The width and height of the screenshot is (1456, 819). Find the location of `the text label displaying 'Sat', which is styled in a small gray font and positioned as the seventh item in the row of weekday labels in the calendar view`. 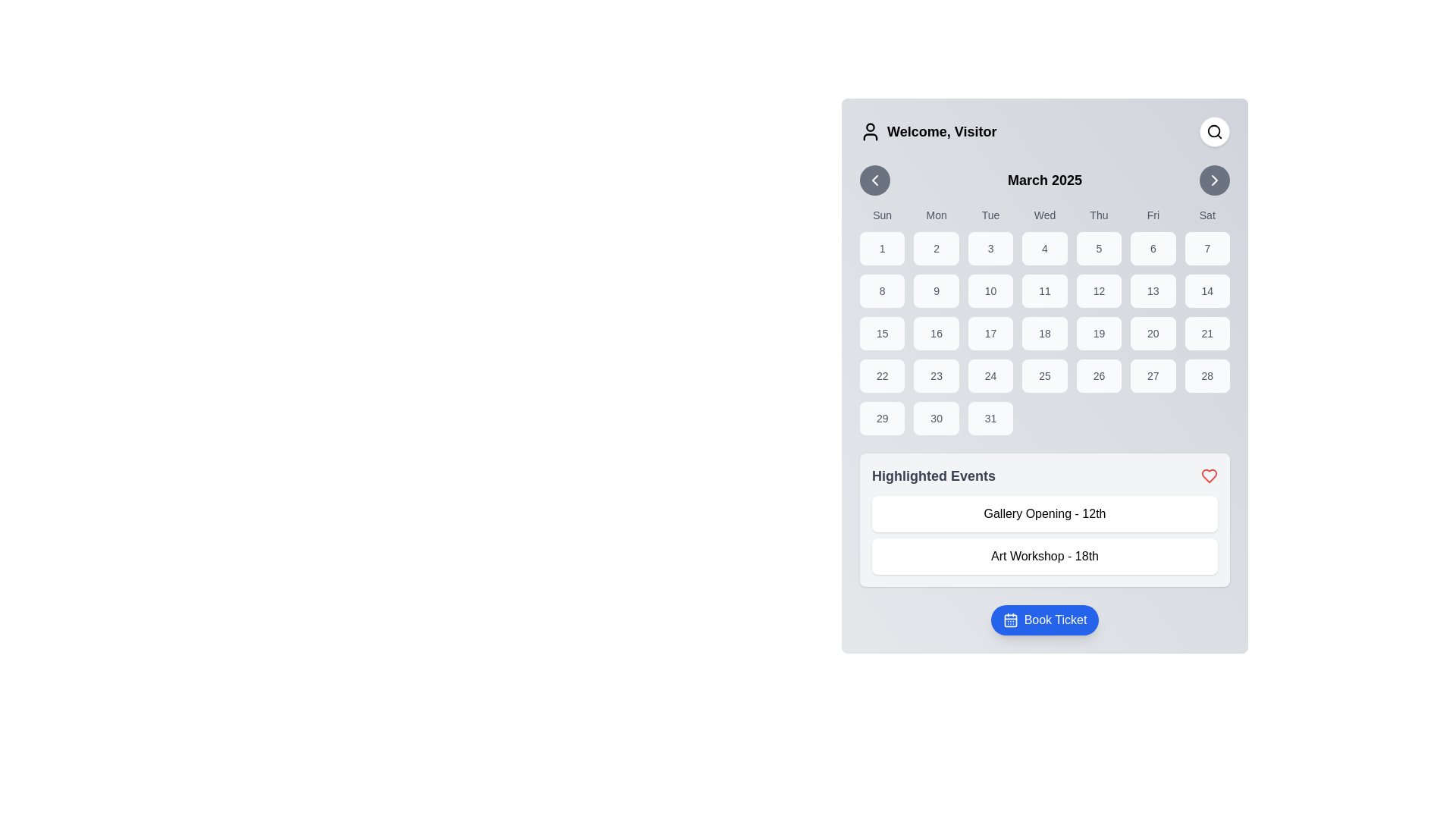

the text label displaying 'Sat', which is styled in a small gray font and positioned as the seventh item in the row of weekday labels in the calendar view is located at coordinates (1207, 215).